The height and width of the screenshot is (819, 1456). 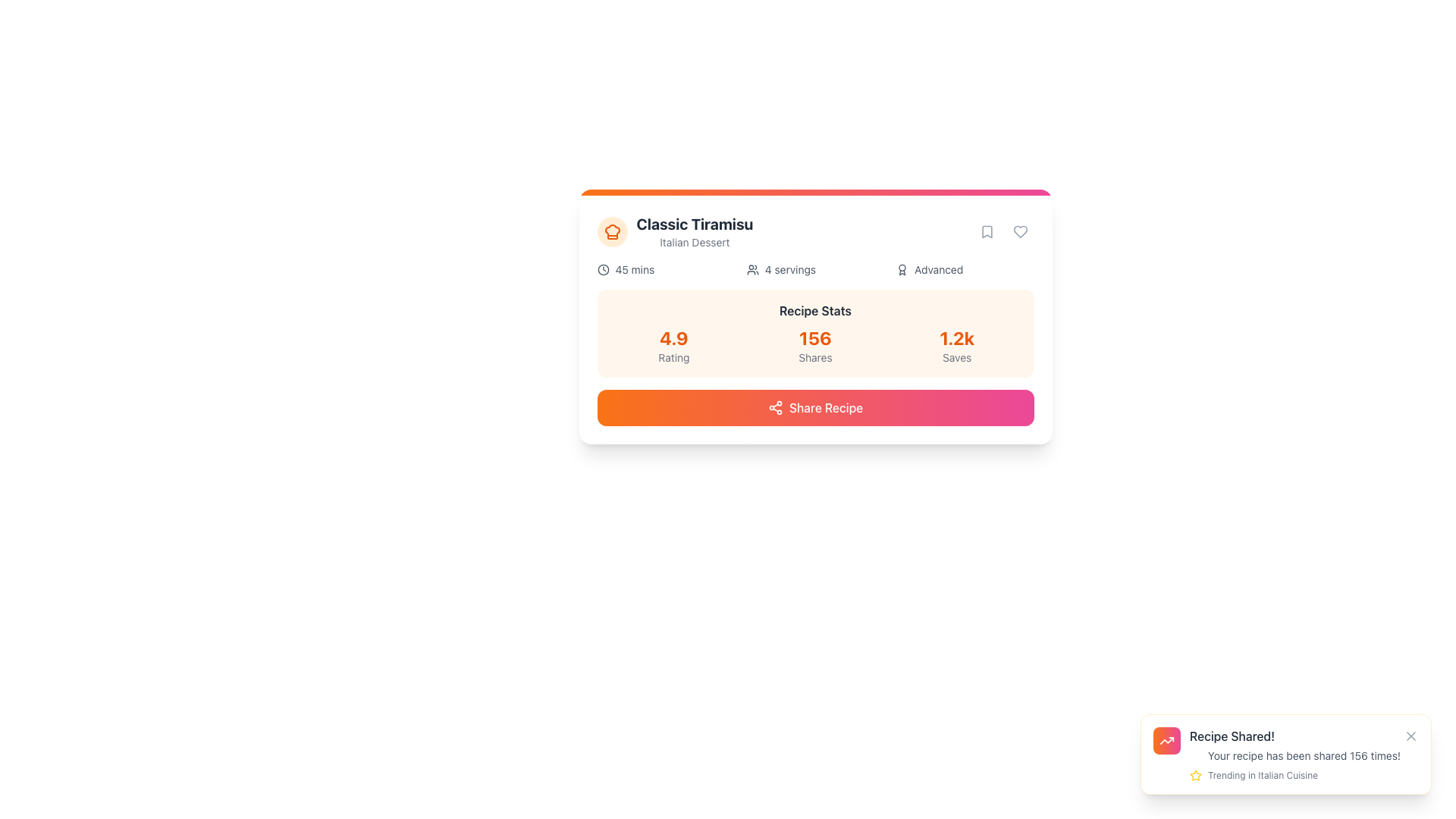 I want to click on the save button located on the top-right corner of the card, which is the first button from the left in a set of two, so click(x=987, y=231).